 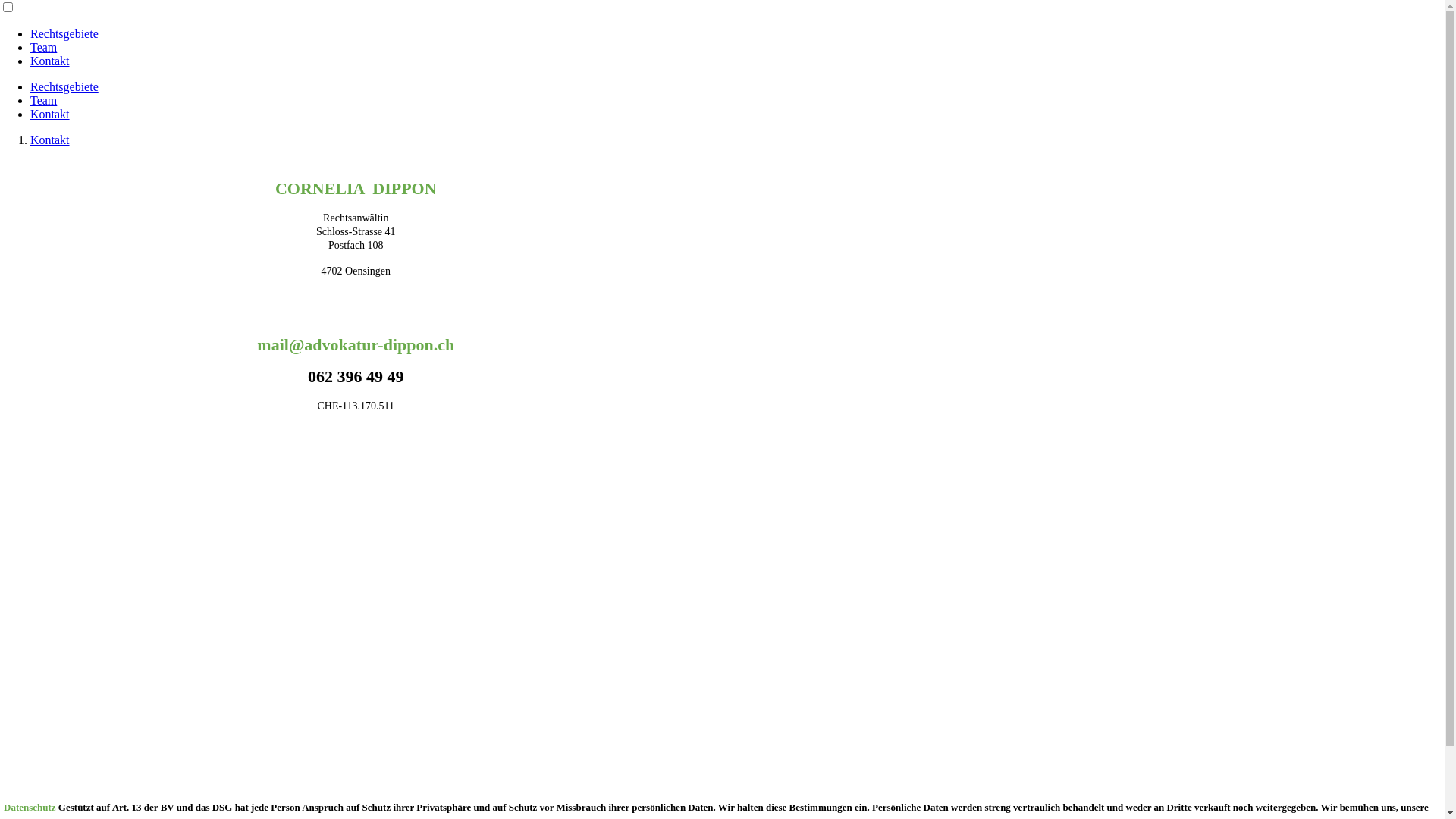 What do you see at coordinates (30, 33) in the screenshot?
I see `'Rechtsgebiete'` at bounding box center [30, 33].